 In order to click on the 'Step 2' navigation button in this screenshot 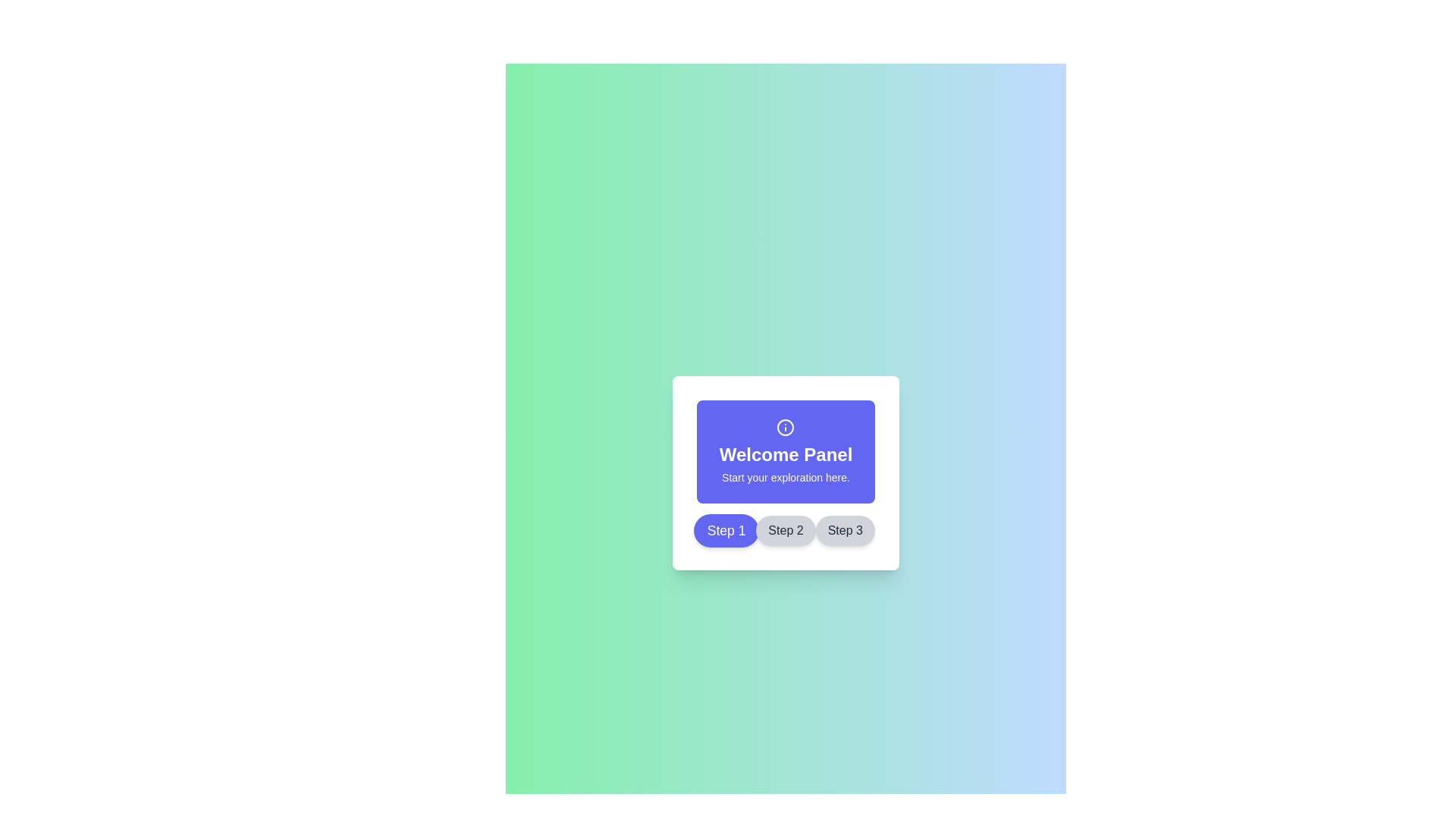, I will do `click(786, 529)`.